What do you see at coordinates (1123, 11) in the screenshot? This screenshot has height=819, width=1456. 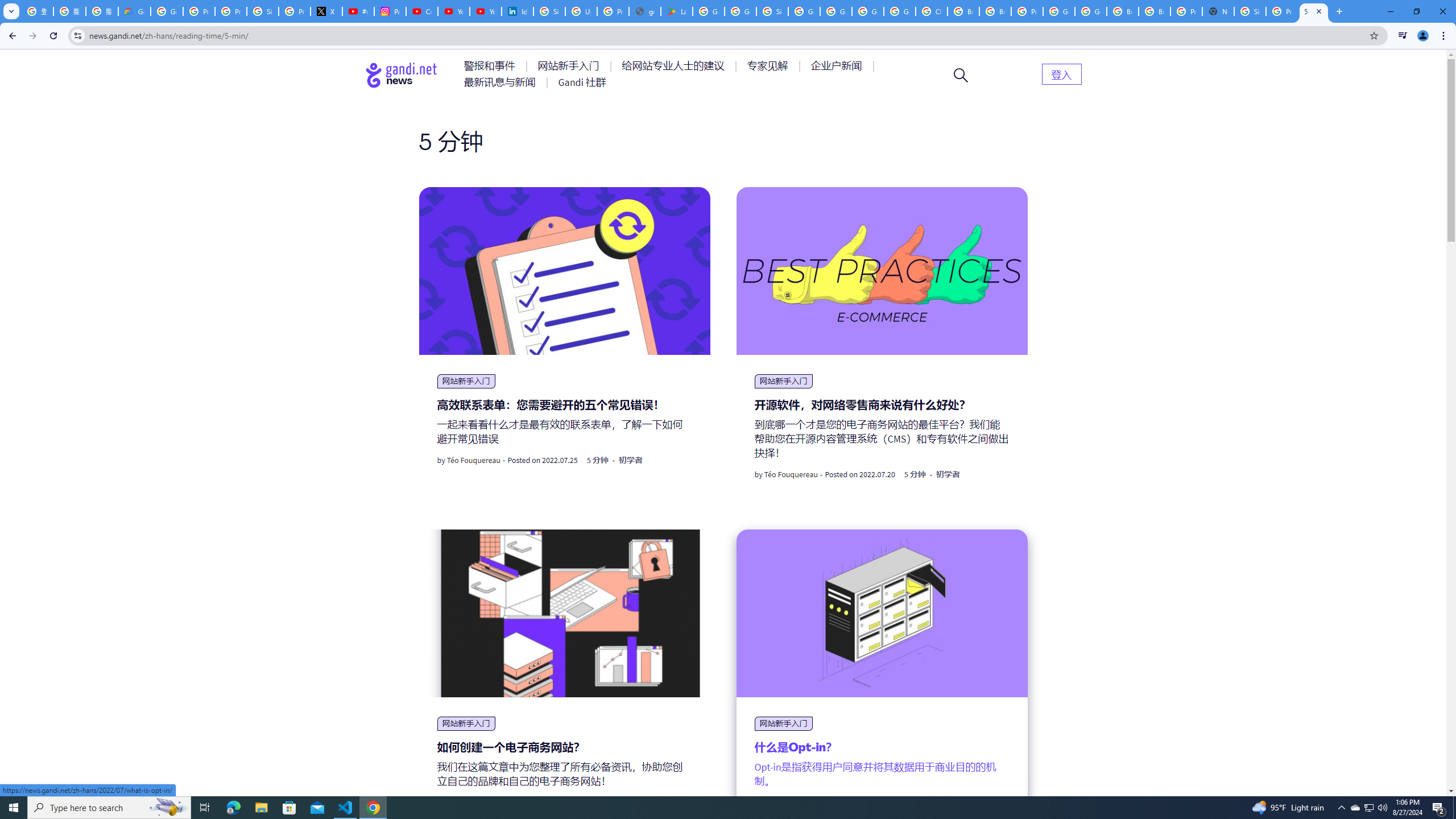 I see `'Browse Chrome as a guest - Computer - Google Chrome Help'` at bounding box center [1123, 11].